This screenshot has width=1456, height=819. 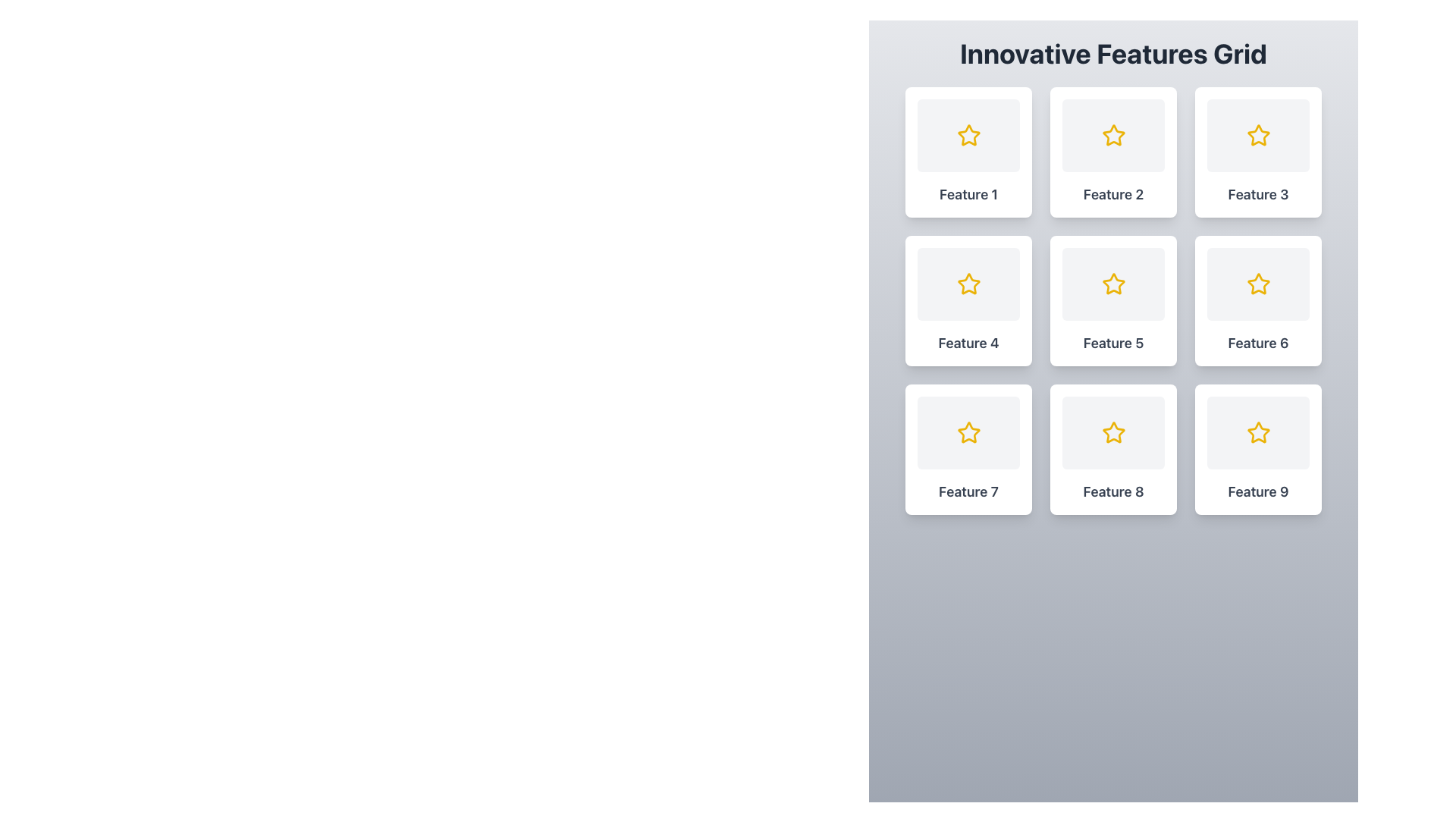 What do you see at coordinates (1113, 134) in the screenshot?
I see `the yellow star icon with a white interior, located in the second cell of the first row under 'Innovative Features Grid'` at bounding box center [1113, 134].